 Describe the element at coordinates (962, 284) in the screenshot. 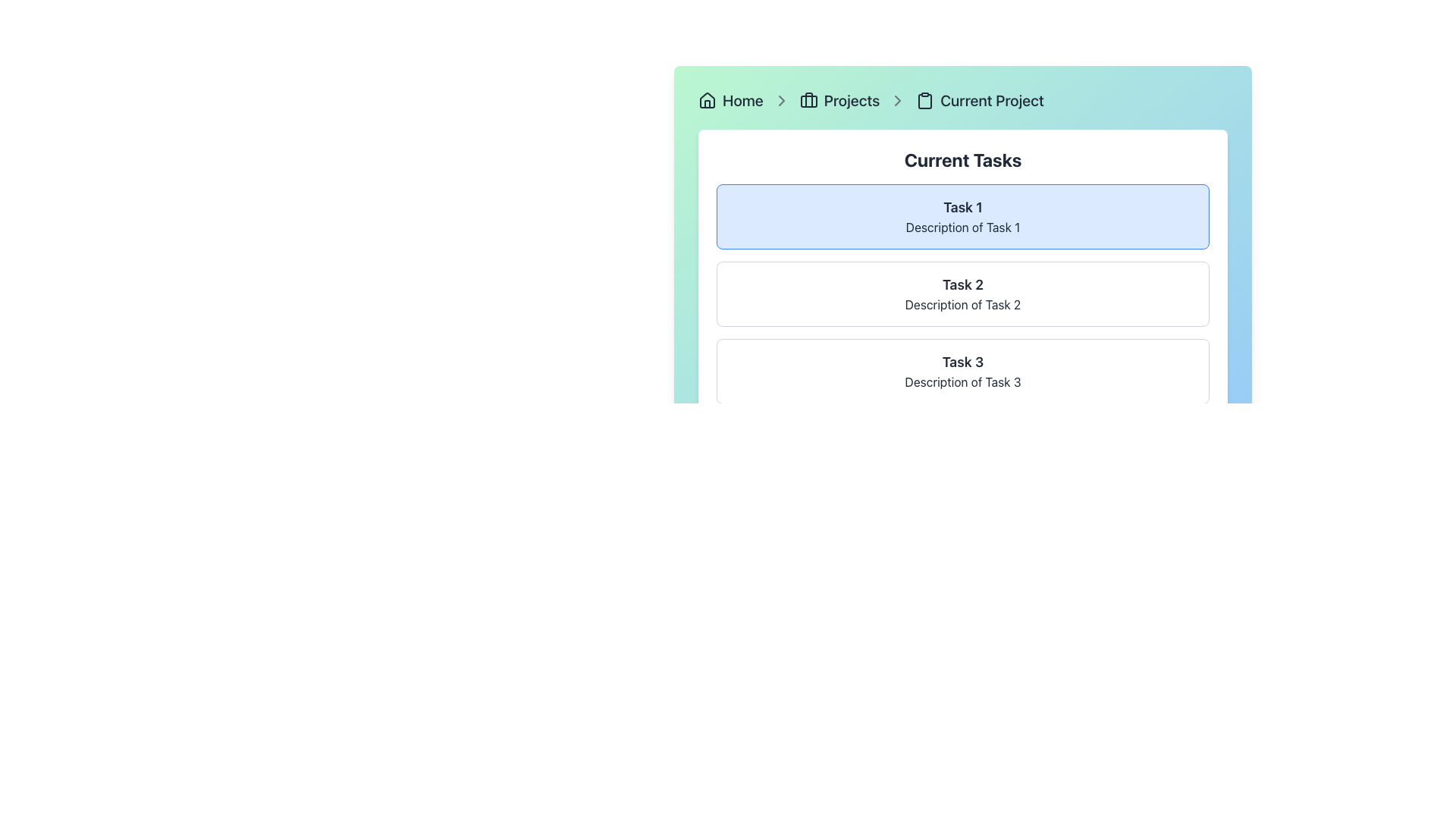

I see `the 'Task 2' text label` at that location.